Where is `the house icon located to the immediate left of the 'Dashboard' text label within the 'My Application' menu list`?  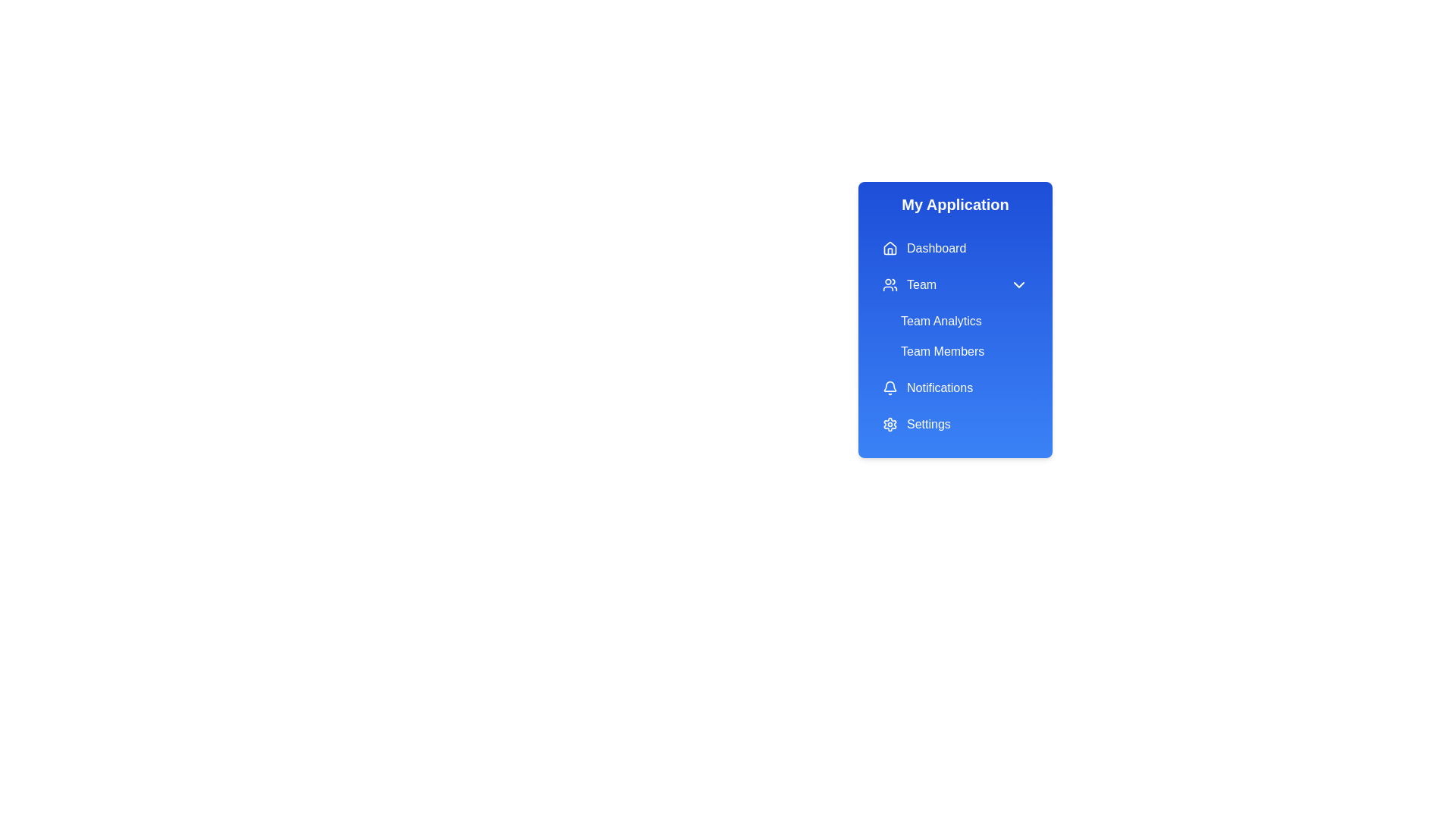 the house icon located to the immediate left of the 'Dashboard' text label within the 'My Application' menu list is located at coordinates (890, 247).